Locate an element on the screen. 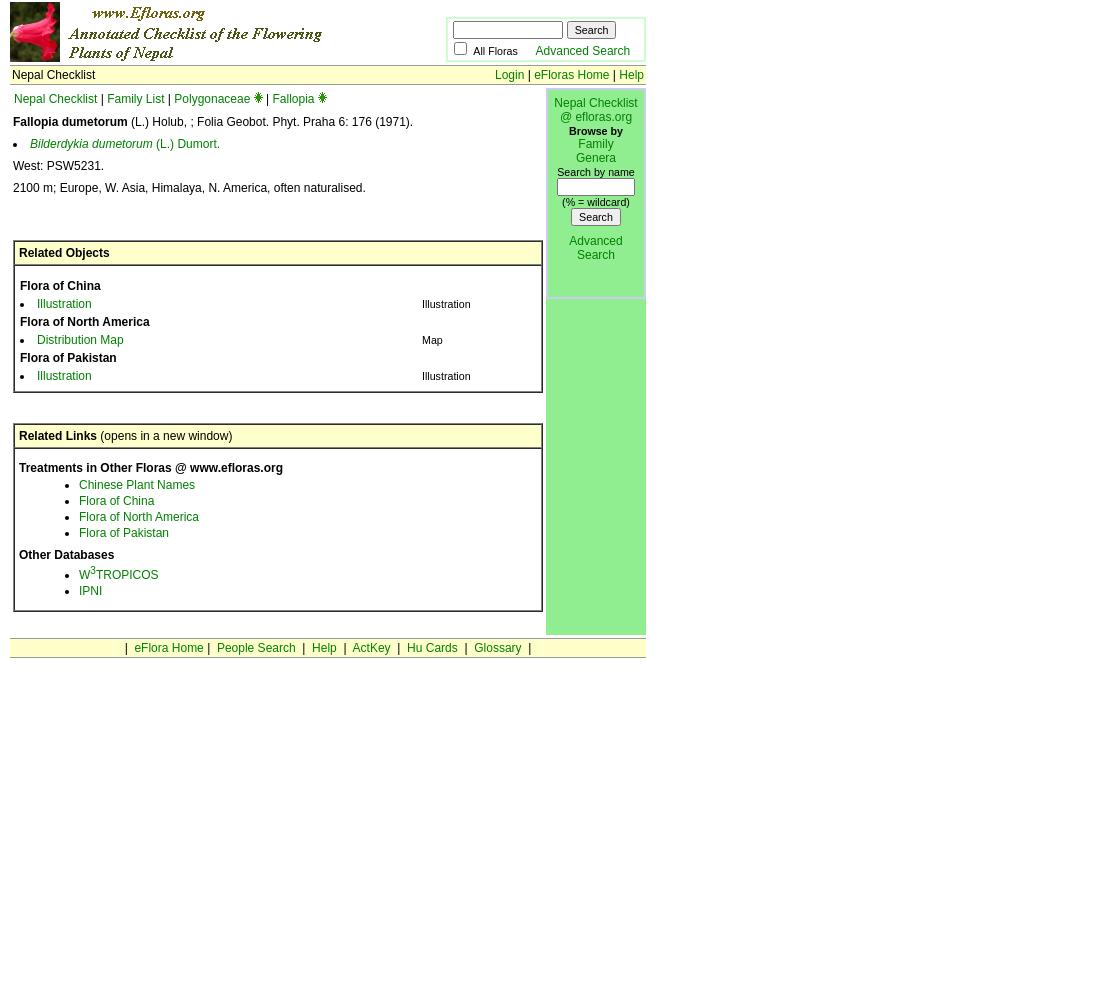  '2100 m; Europe, W. Asia, Himalaya, N. America, often naturalised.' is located at coordinates (11, 188).